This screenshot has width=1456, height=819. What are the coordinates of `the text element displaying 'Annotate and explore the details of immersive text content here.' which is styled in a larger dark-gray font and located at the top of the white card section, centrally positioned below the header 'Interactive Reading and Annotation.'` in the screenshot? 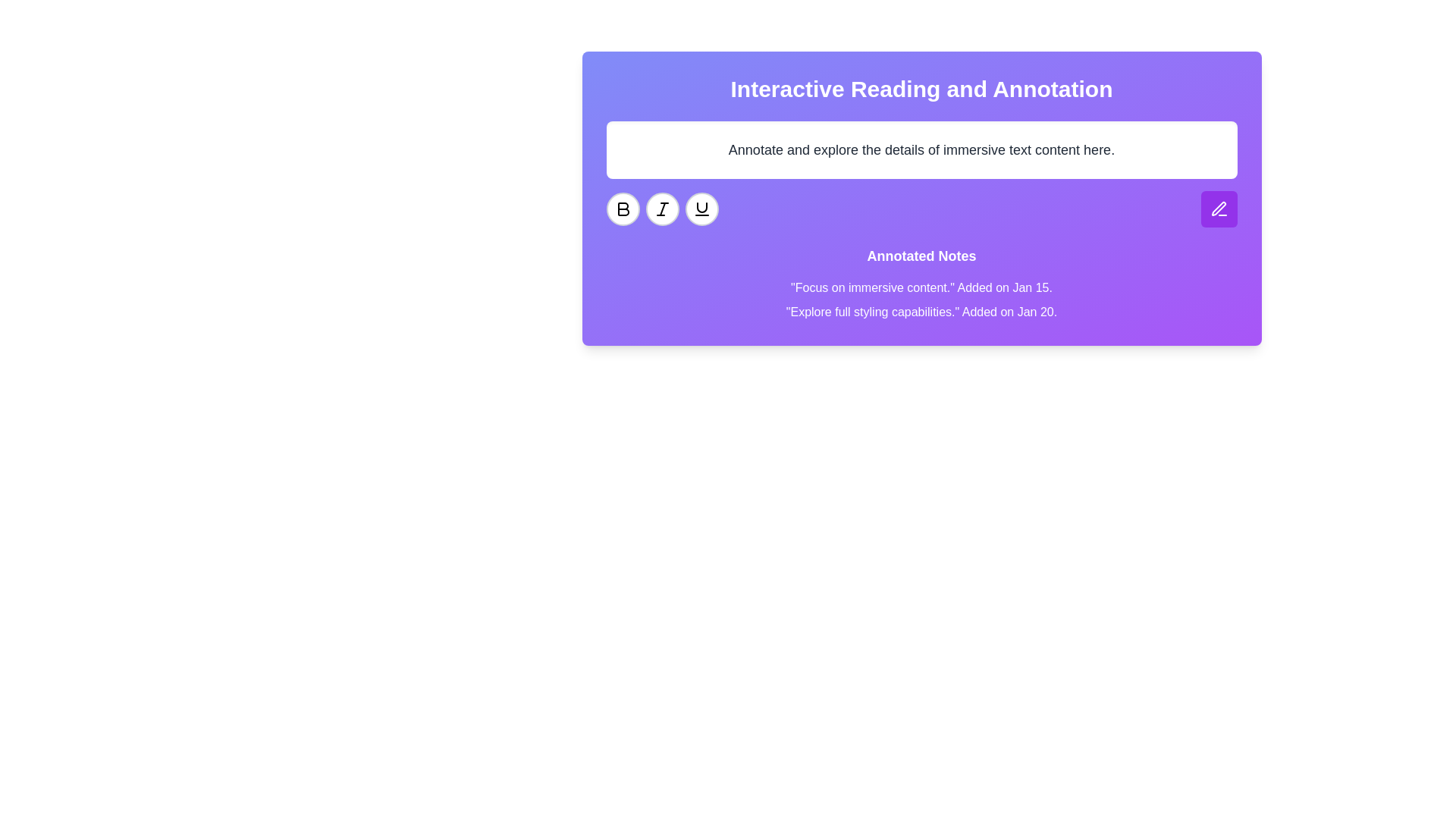 It's located at (921, 149).